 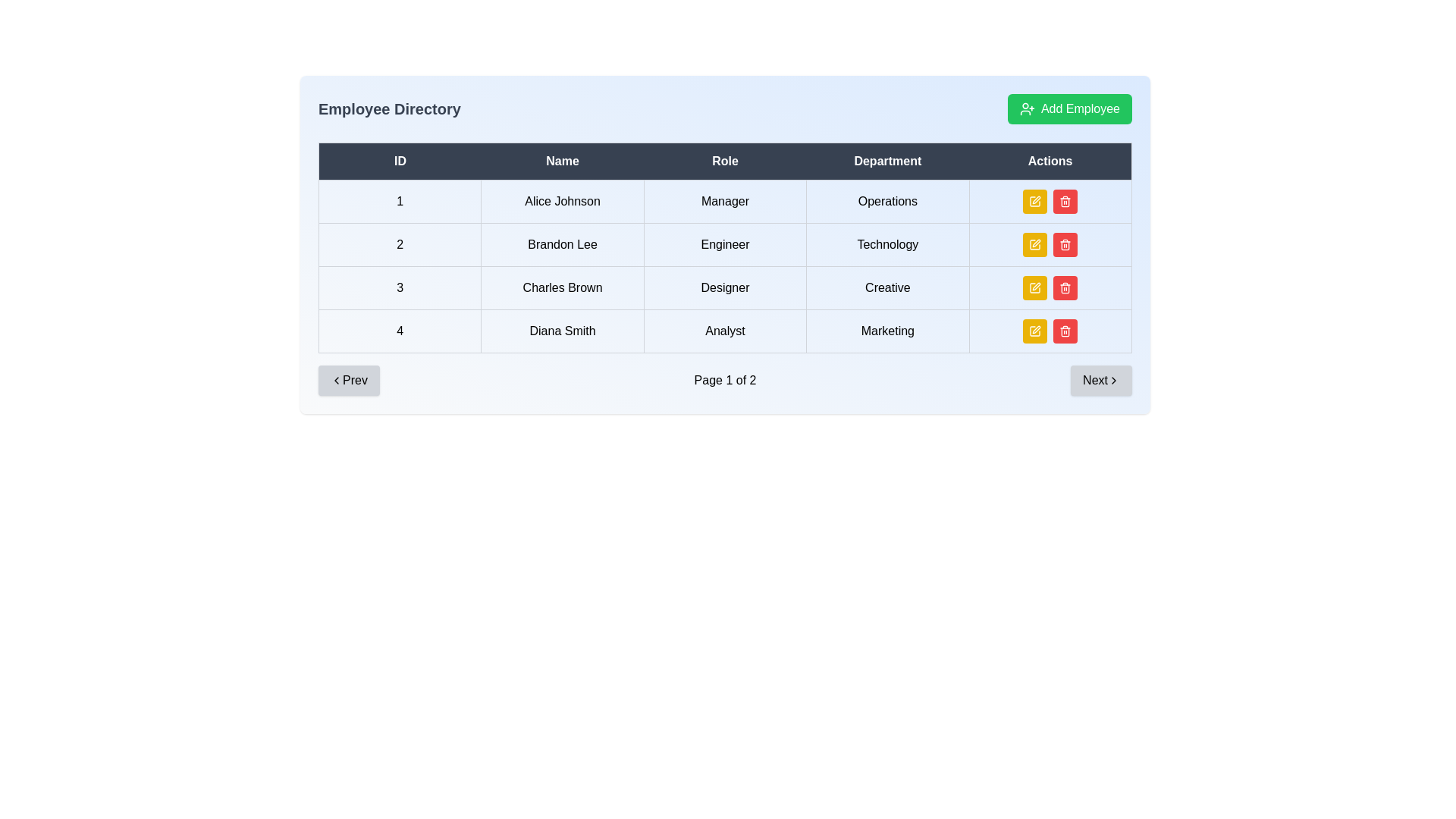 I want to click on the text label displaying 'Page 1 of 2' which indicates the pagination status, located centrally between the 'Prev' and 'Next' buttons, so click(x=724, y=379).